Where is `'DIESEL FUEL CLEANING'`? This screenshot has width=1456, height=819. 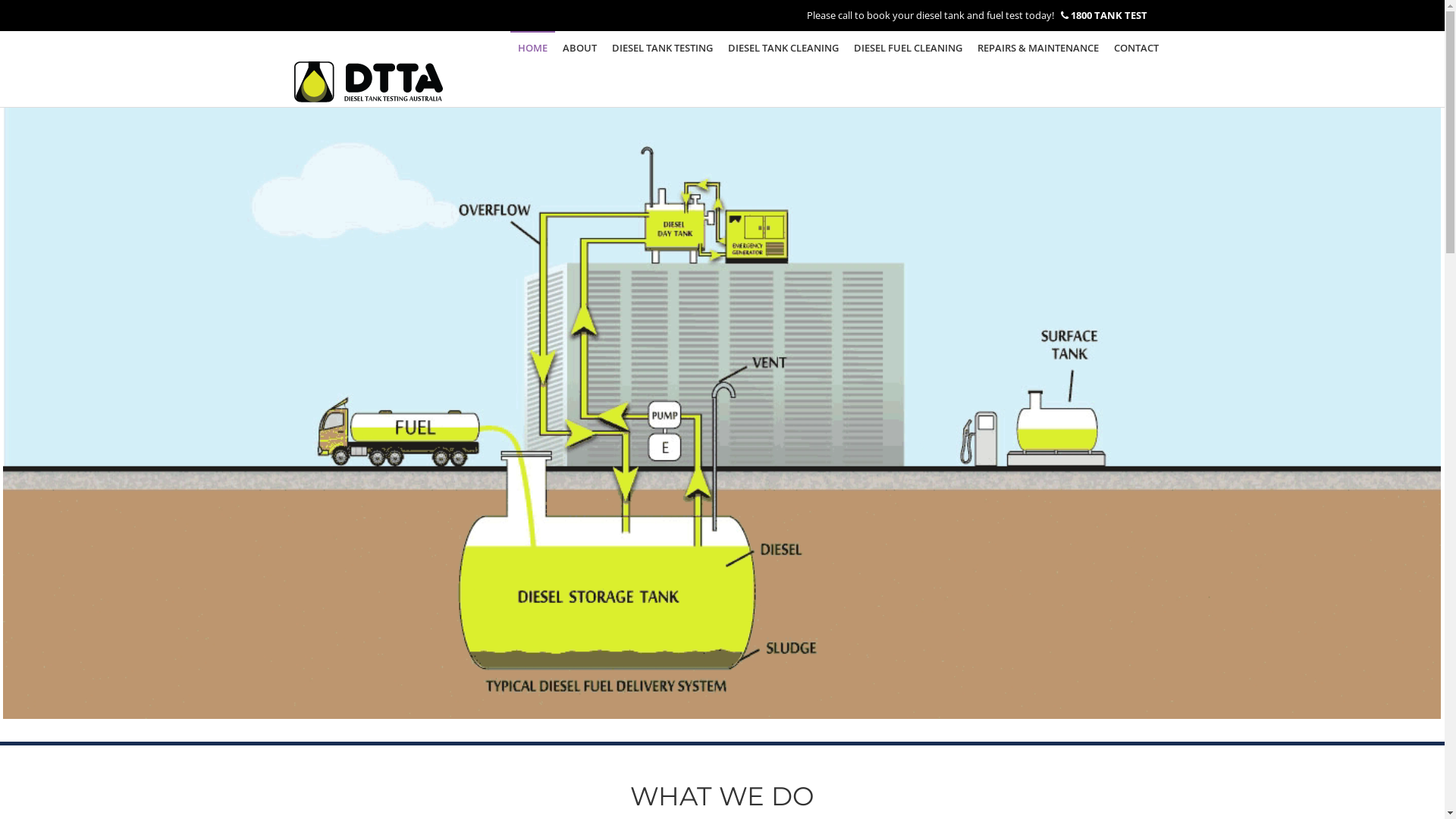 'DIESEL FUEL CLEANING' is located at coordinates (908, 46).